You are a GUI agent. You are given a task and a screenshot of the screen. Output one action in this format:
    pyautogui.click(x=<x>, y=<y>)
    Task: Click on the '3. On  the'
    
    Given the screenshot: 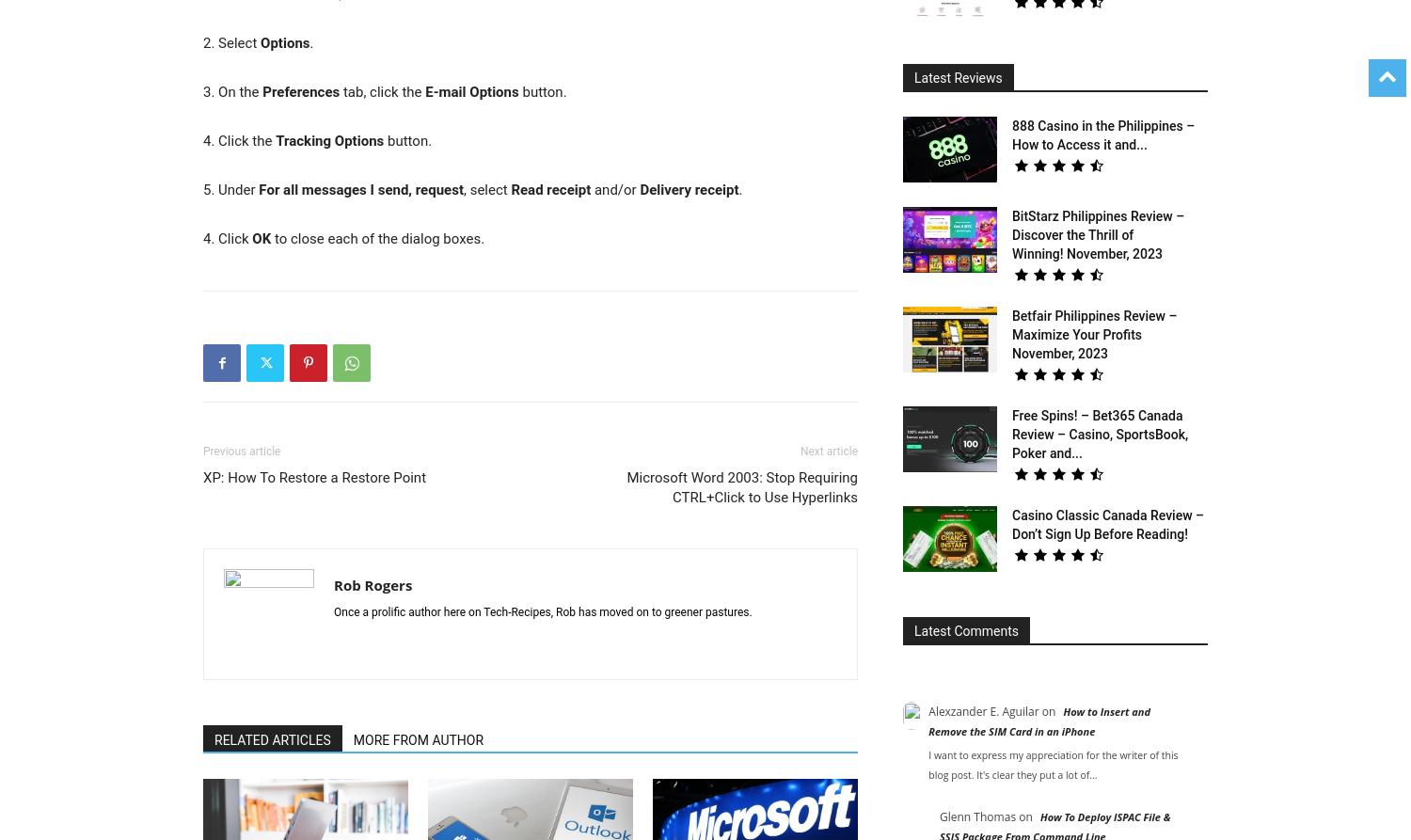 What is the action you would take?
    pyautogui.click(x=231, y=90)
    